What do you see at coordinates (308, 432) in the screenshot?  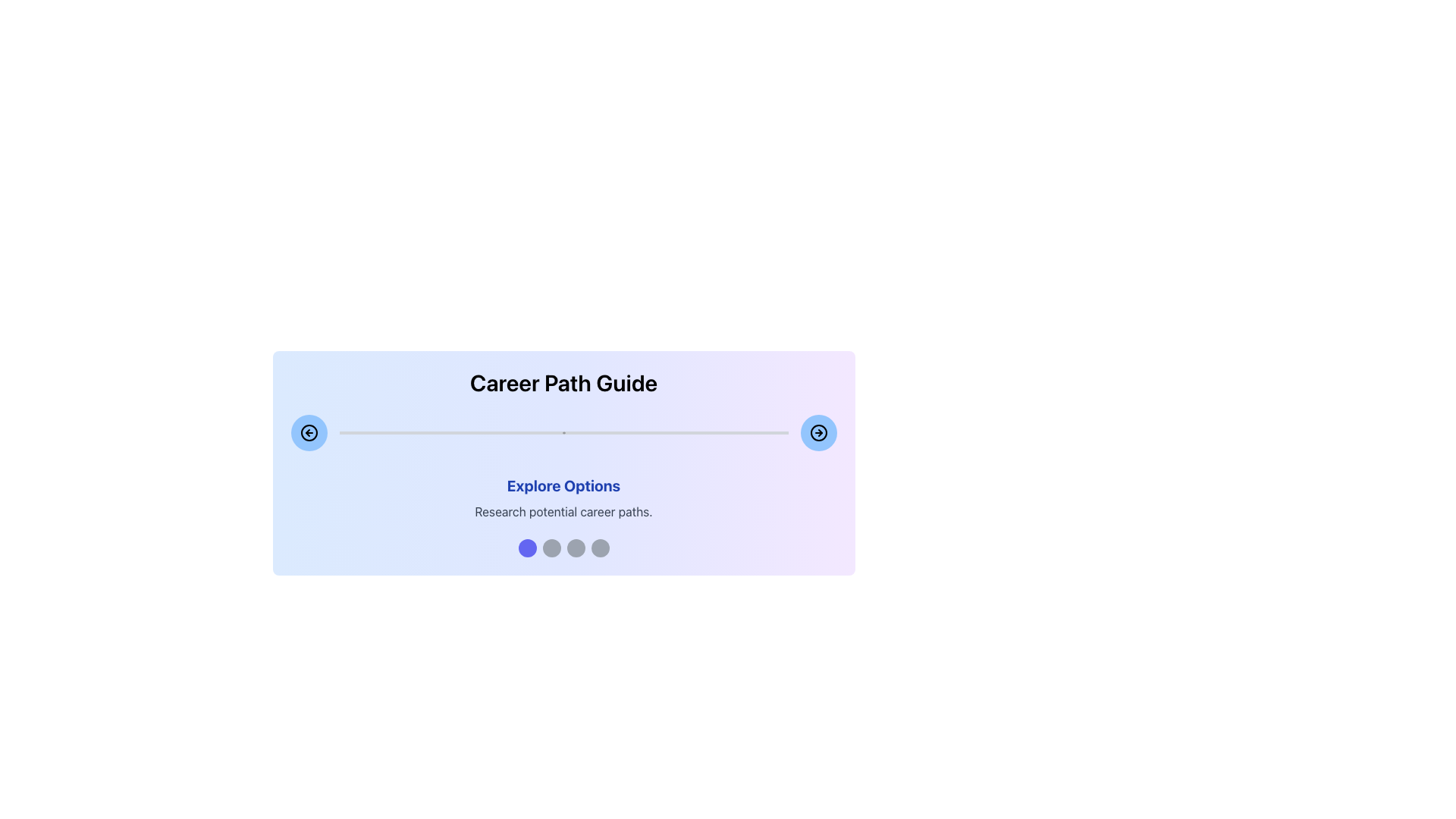 I see `the circular button with a light blue background and a thick black border, which contains a black circular arrow pointing left, located in the top-left corner of its row for visual feedback` at bounding box center [308, 432].